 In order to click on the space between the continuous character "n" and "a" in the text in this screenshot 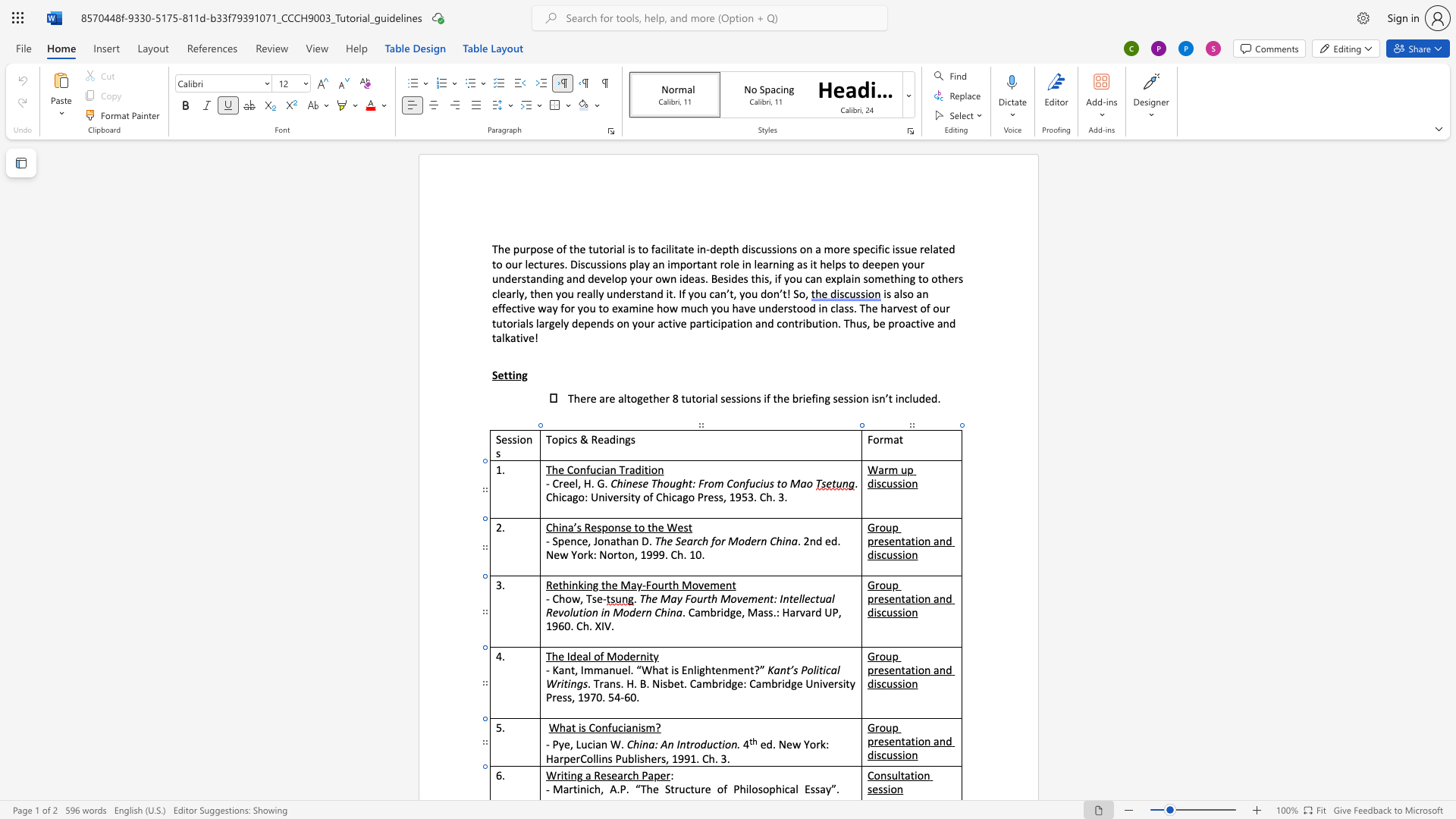, I will do `click(648, 743)`.